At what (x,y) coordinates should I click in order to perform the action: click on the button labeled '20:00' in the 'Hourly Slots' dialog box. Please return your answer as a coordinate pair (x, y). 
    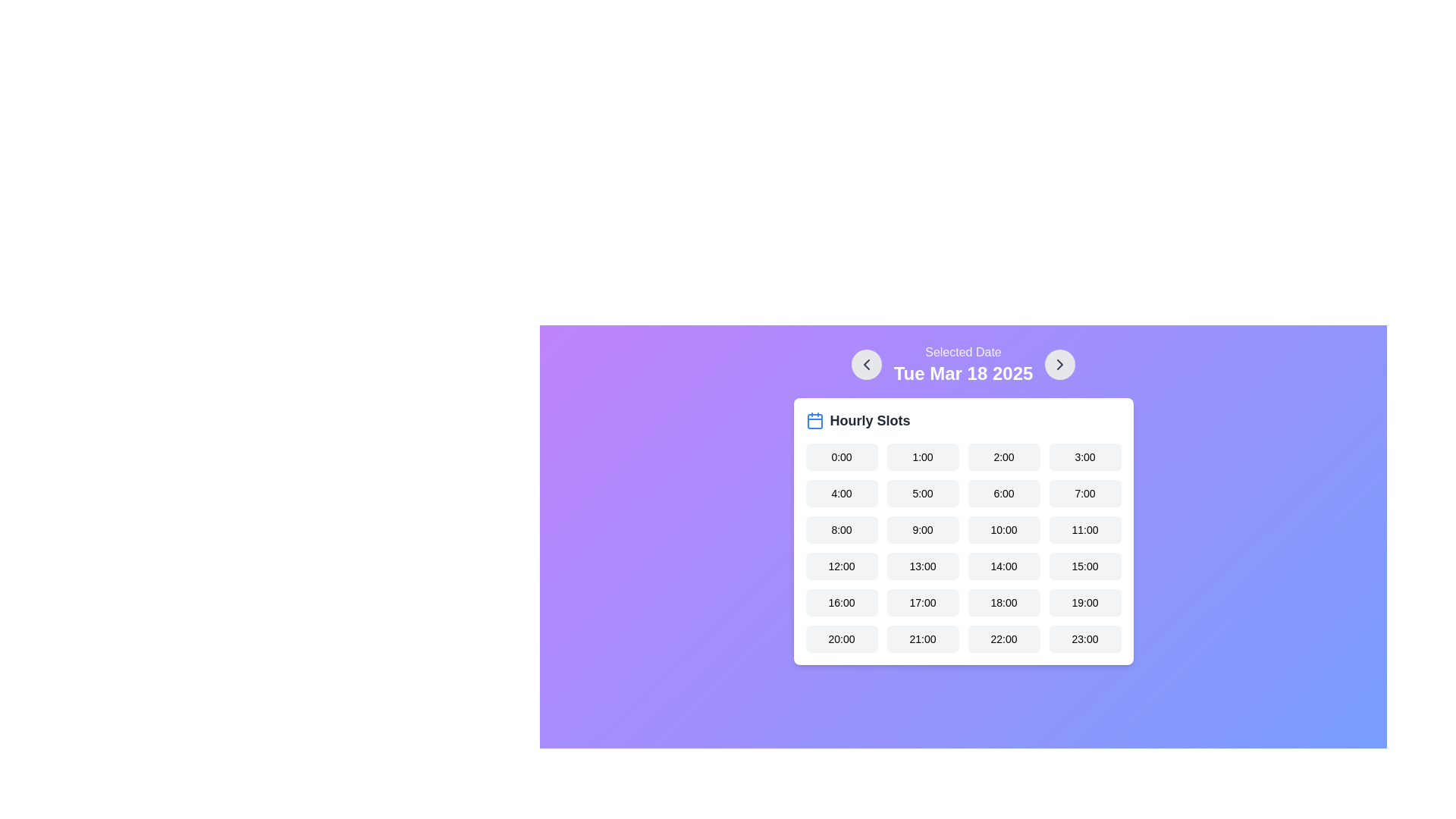
    Looking at the image, I should click on (840, 639).